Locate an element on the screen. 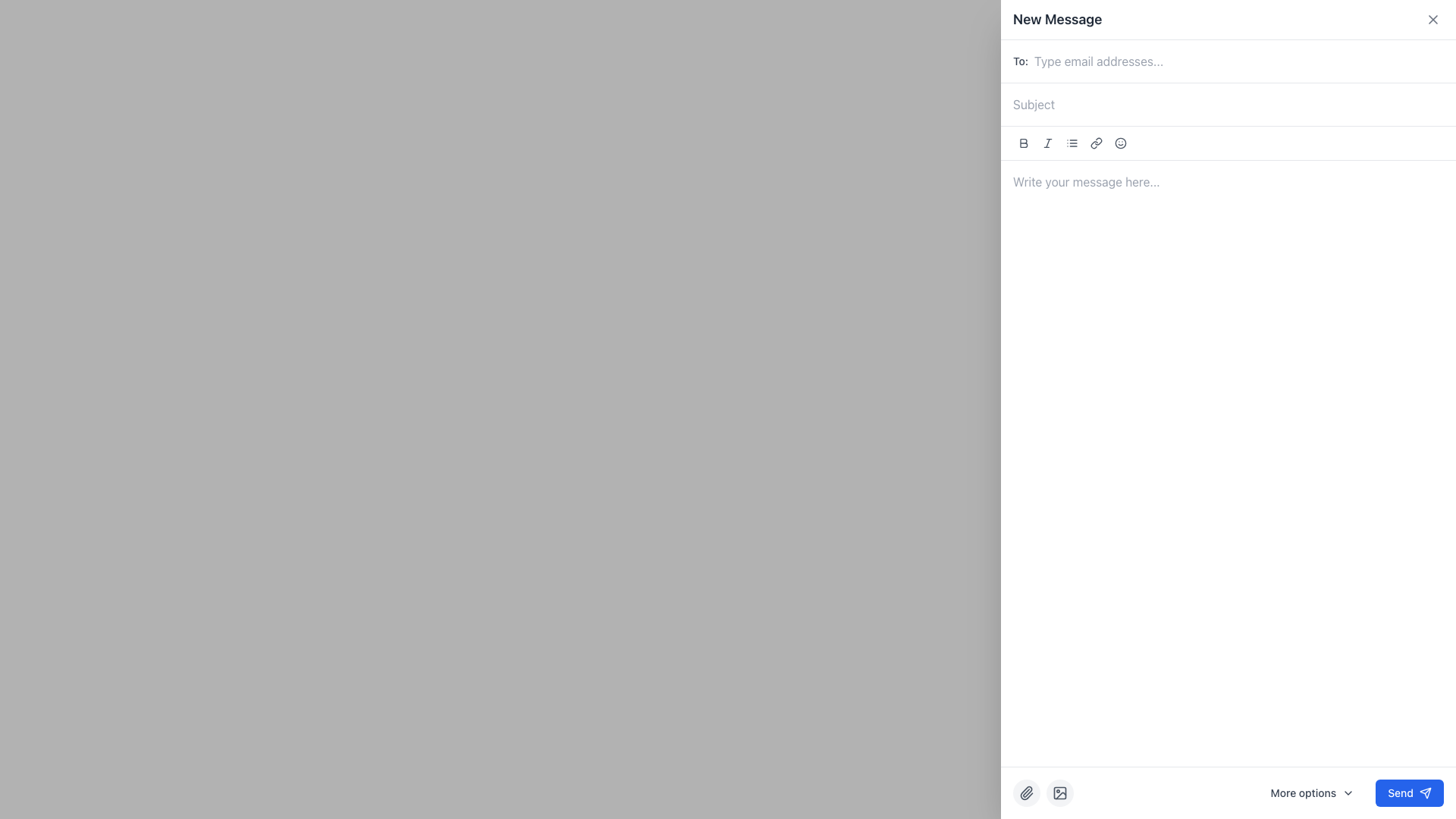 The height and width of the screenshot is (819, 1456). the 'More options' button located in the bottom right corner of the interface, styled with gray text and a downward-pointing chevron icon is located at coordinates (1311, 792).